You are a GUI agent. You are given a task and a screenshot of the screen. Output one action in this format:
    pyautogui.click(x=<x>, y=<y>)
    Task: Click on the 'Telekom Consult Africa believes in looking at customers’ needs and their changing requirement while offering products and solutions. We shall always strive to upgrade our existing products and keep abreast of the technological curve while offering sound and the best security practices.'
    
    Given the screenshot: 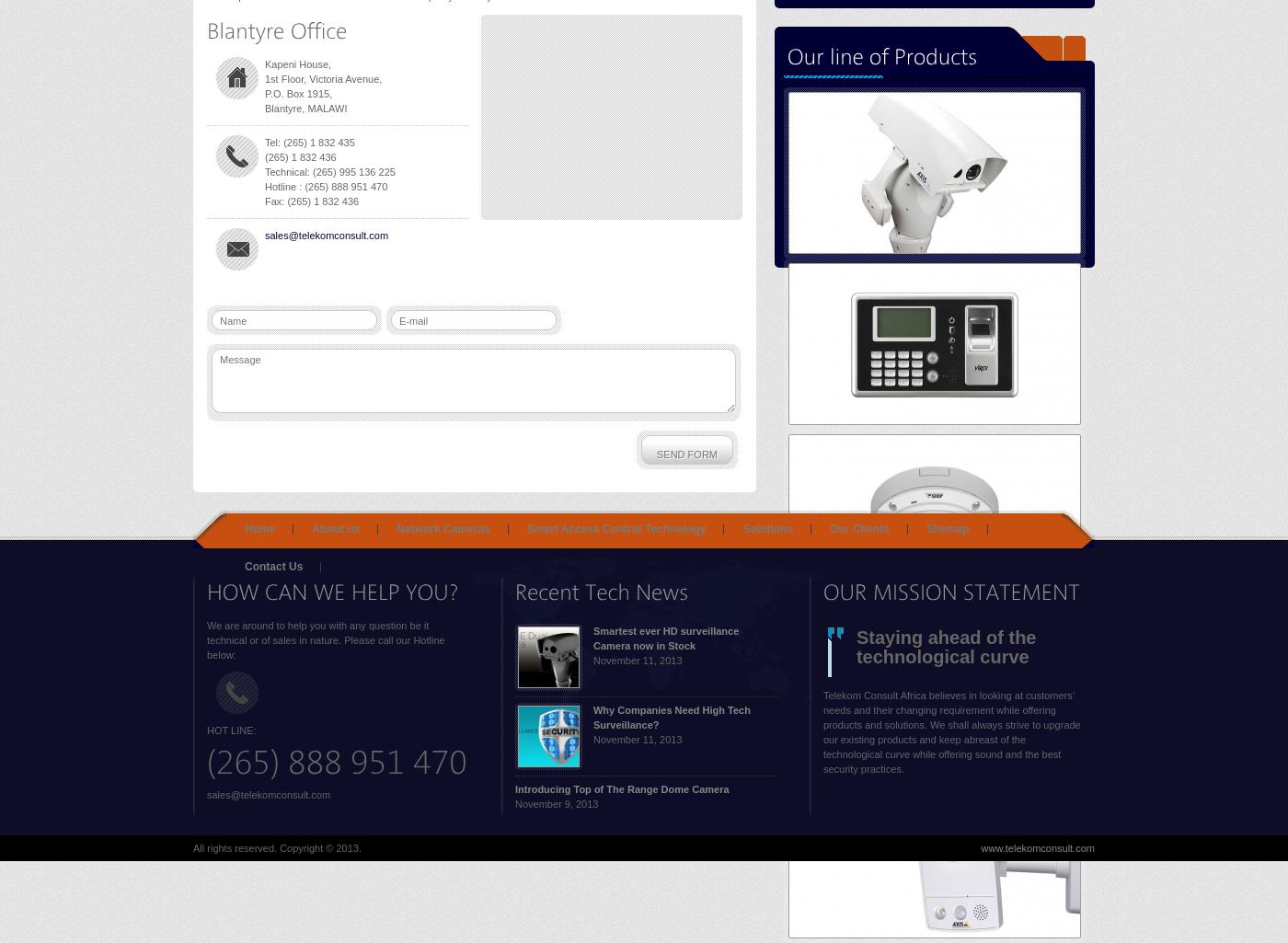 What is the action you would take?
    pyautogui.click(x=951, y=731)
    